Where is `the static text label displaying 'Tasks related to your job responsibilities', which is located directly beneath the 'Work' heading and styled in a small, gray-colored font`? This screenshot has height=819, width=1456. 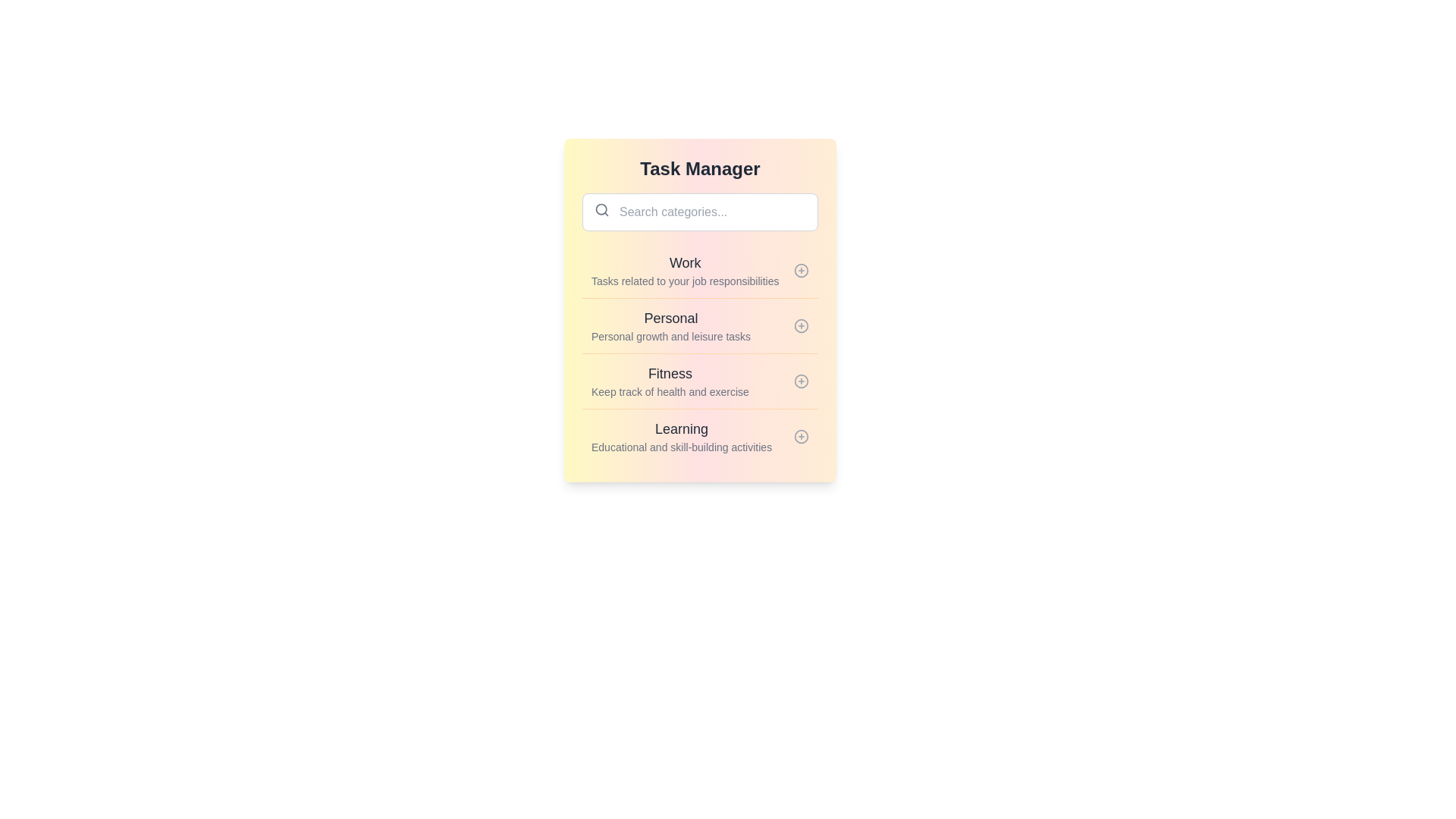
the static text label displaying 'Tasks related to your job responsibilities', which is located directly beneath the 'Work' heading and styled in a small, gray-colored font is located at coordinates (684, 281).